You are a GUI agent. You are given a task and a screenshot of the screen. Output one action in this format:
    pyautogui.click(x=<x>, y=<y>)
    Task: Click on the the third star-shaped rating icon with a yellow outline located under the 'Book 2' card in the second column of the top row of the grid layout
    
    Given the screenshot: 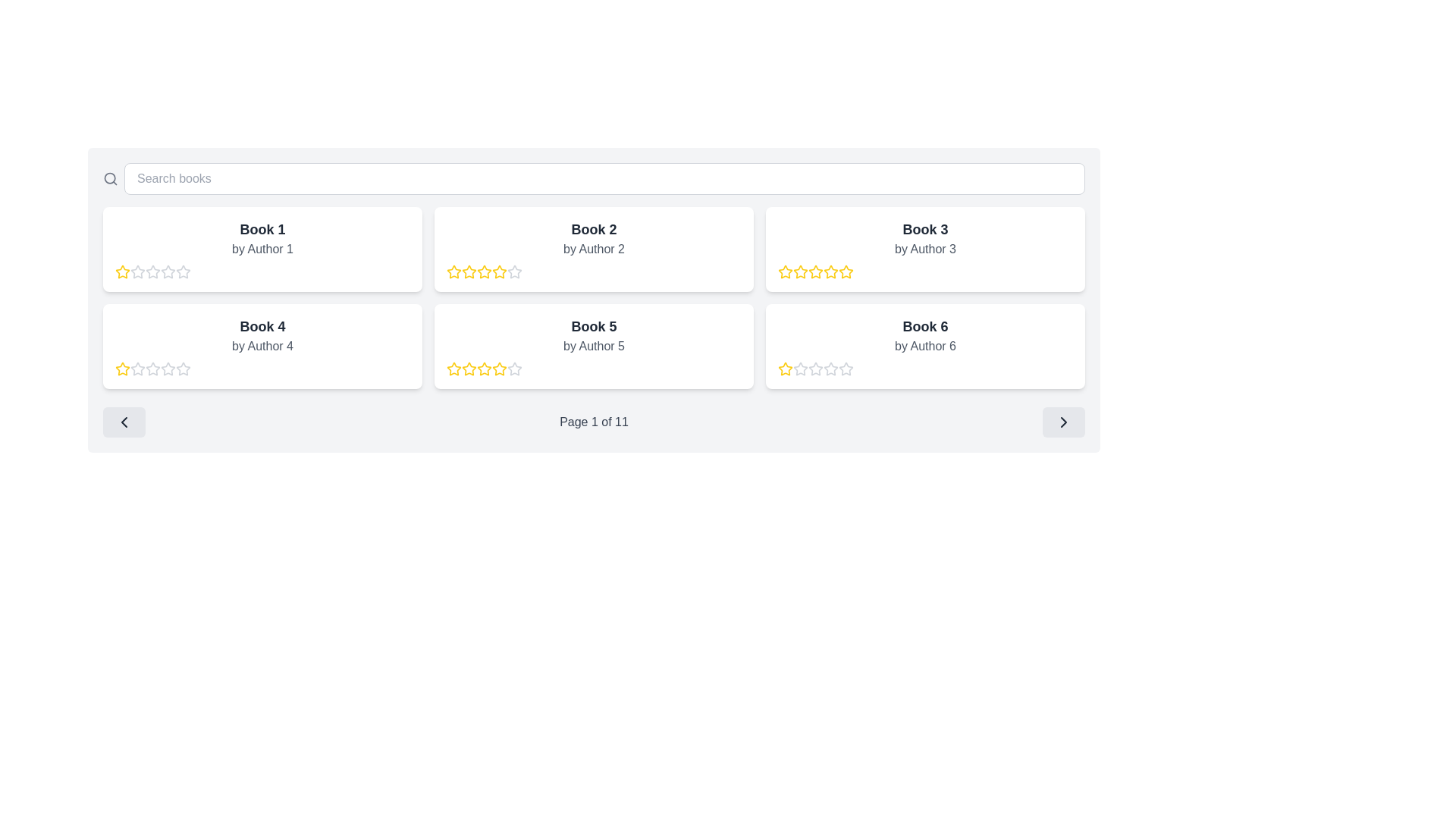 What is the action you would take?
    pyautogui.click(x=483, y=271)
    